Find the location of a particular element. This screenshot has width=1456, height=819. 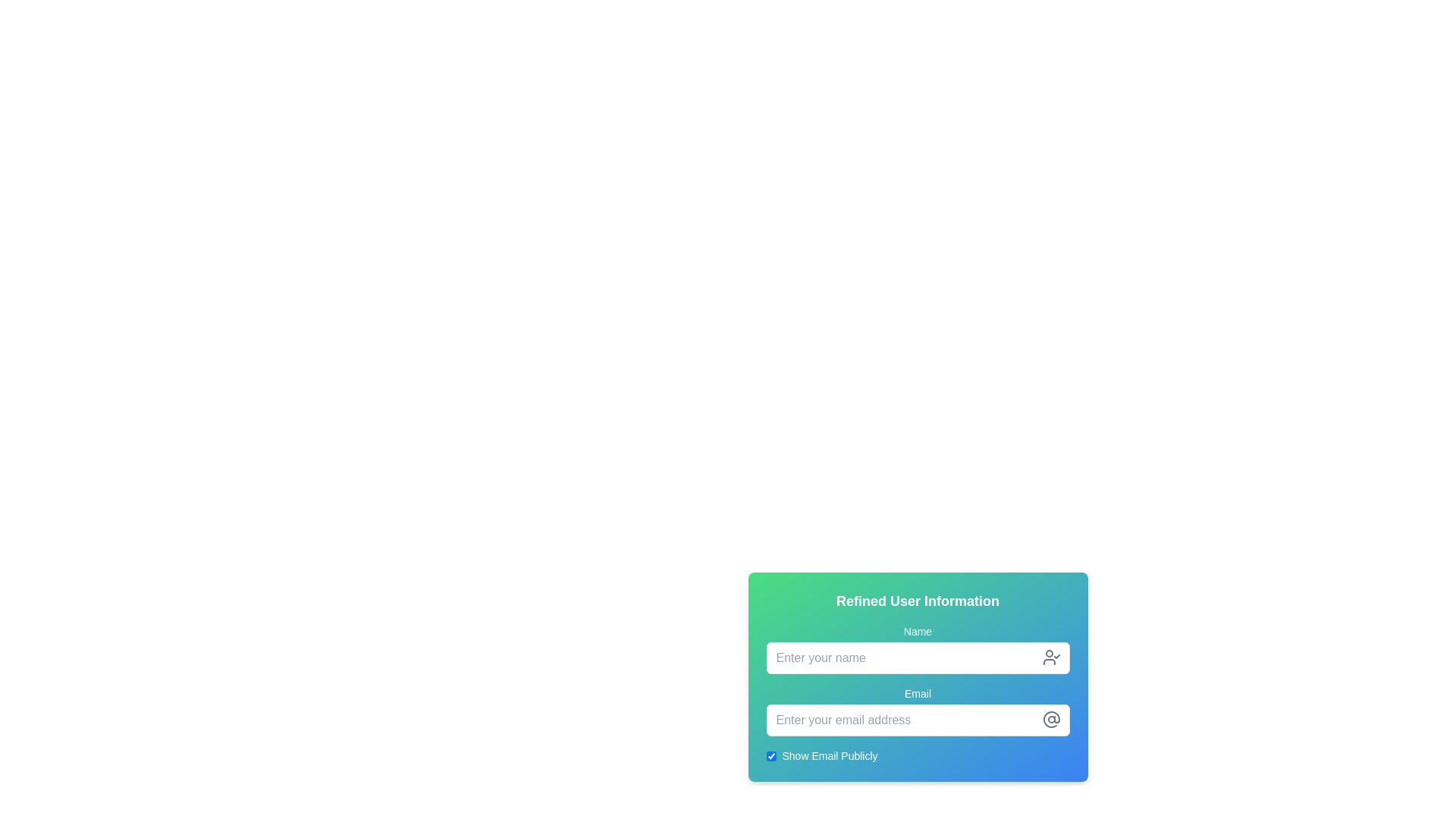

the gray curved line icon that is part of the '@' symbol located to the right of the email input field is located at coordinates (1050, 718).